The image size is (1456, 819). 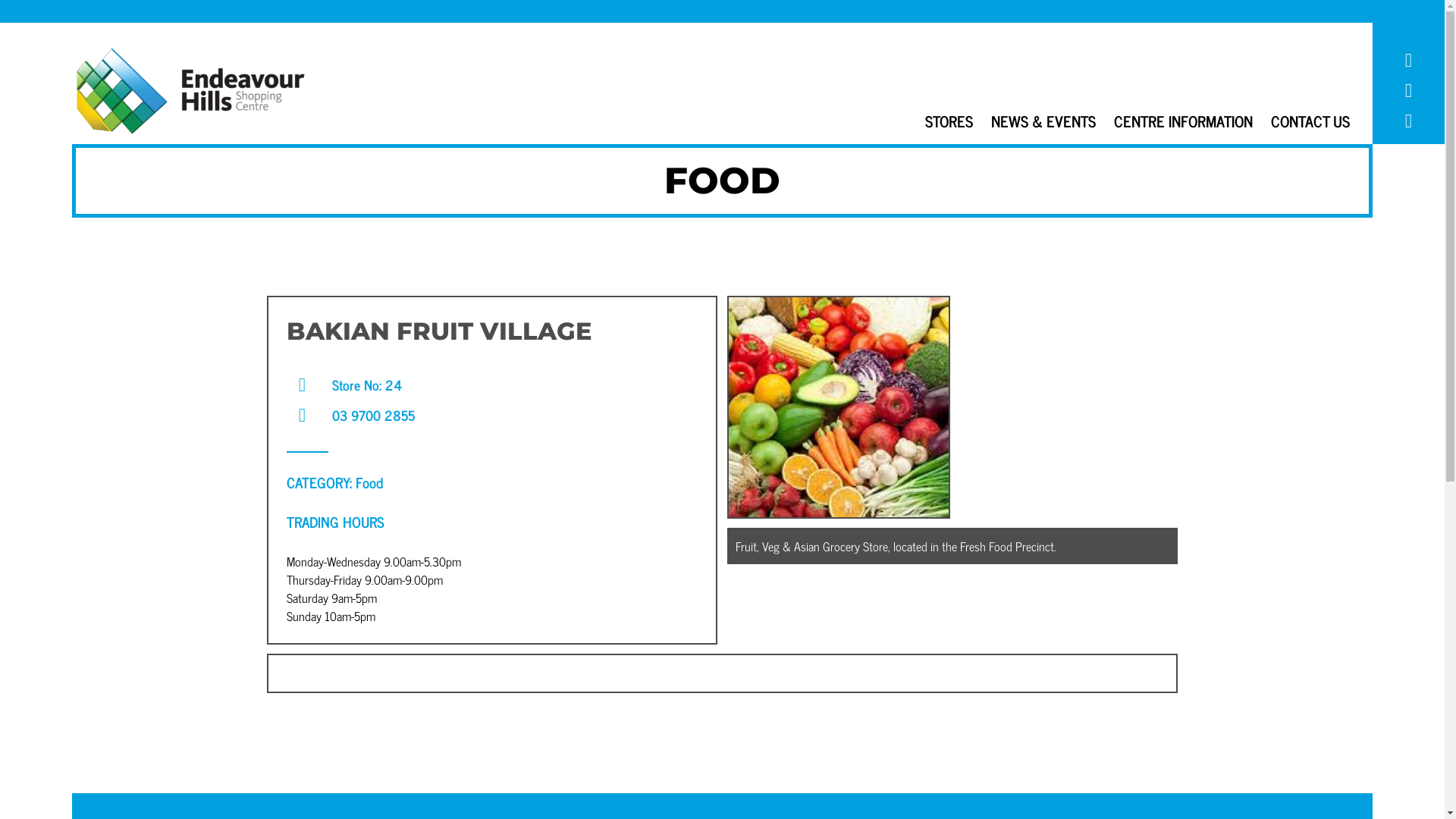 I want to click on 'CENTRE INFORMATION', so click(x=1182, y=120).